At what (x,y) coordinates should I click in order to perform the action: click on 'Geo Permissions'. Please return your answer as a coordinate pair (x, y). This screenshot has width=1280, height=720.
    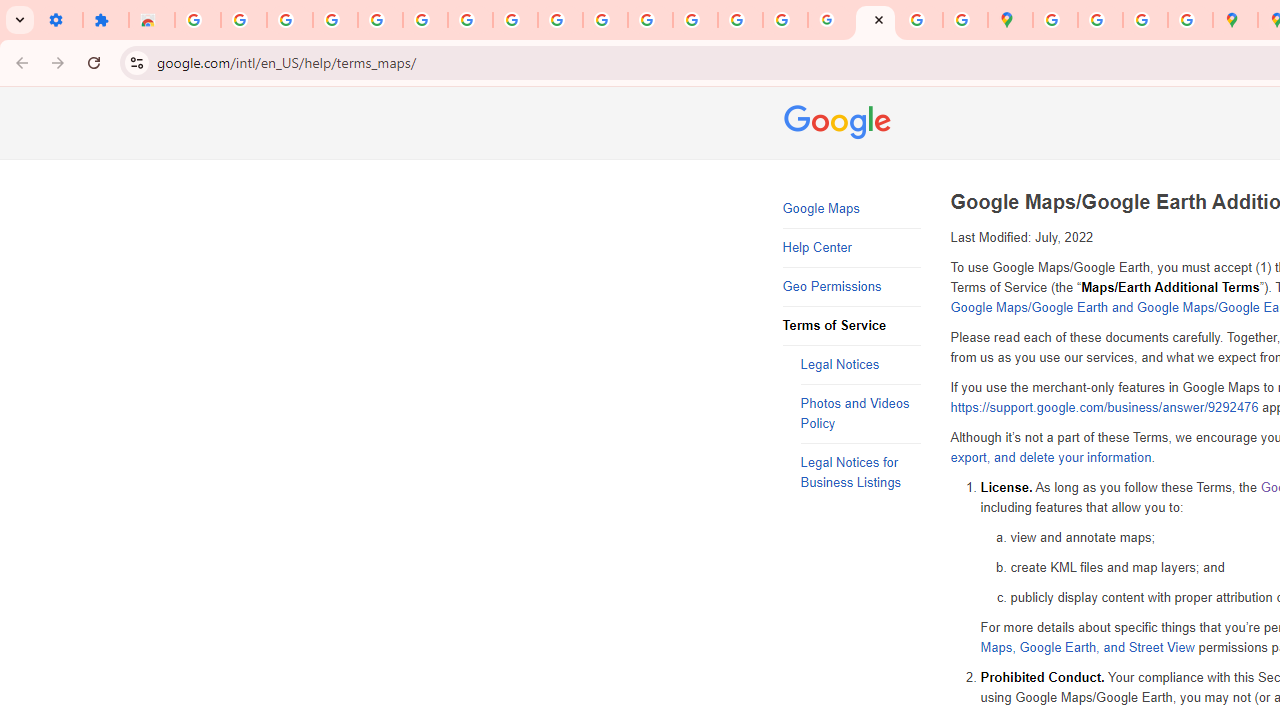
    Looking at the image, I should click on (851, 287).